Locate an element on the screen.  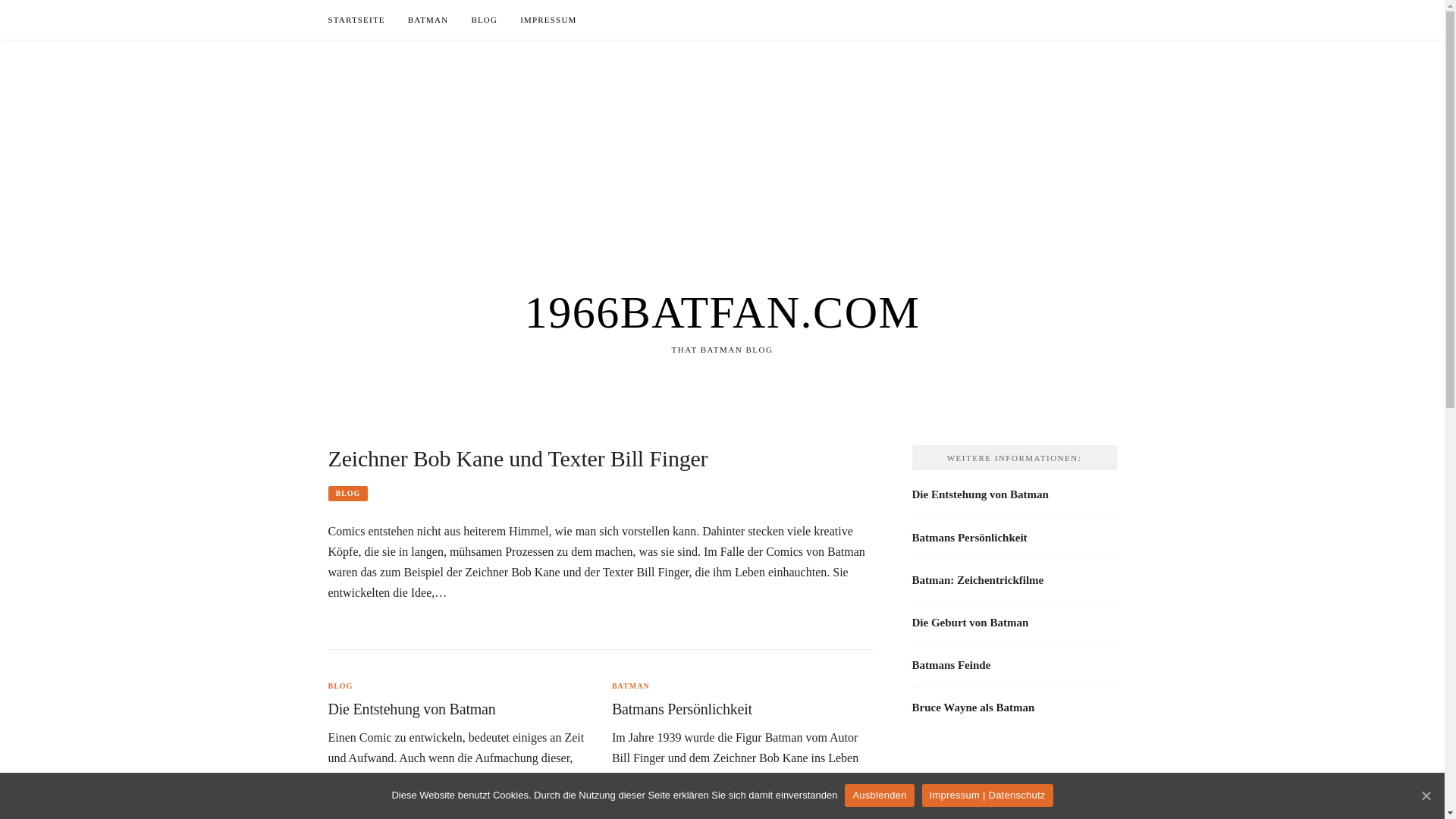
'Skip to content' is located at coordinates (0, 0).